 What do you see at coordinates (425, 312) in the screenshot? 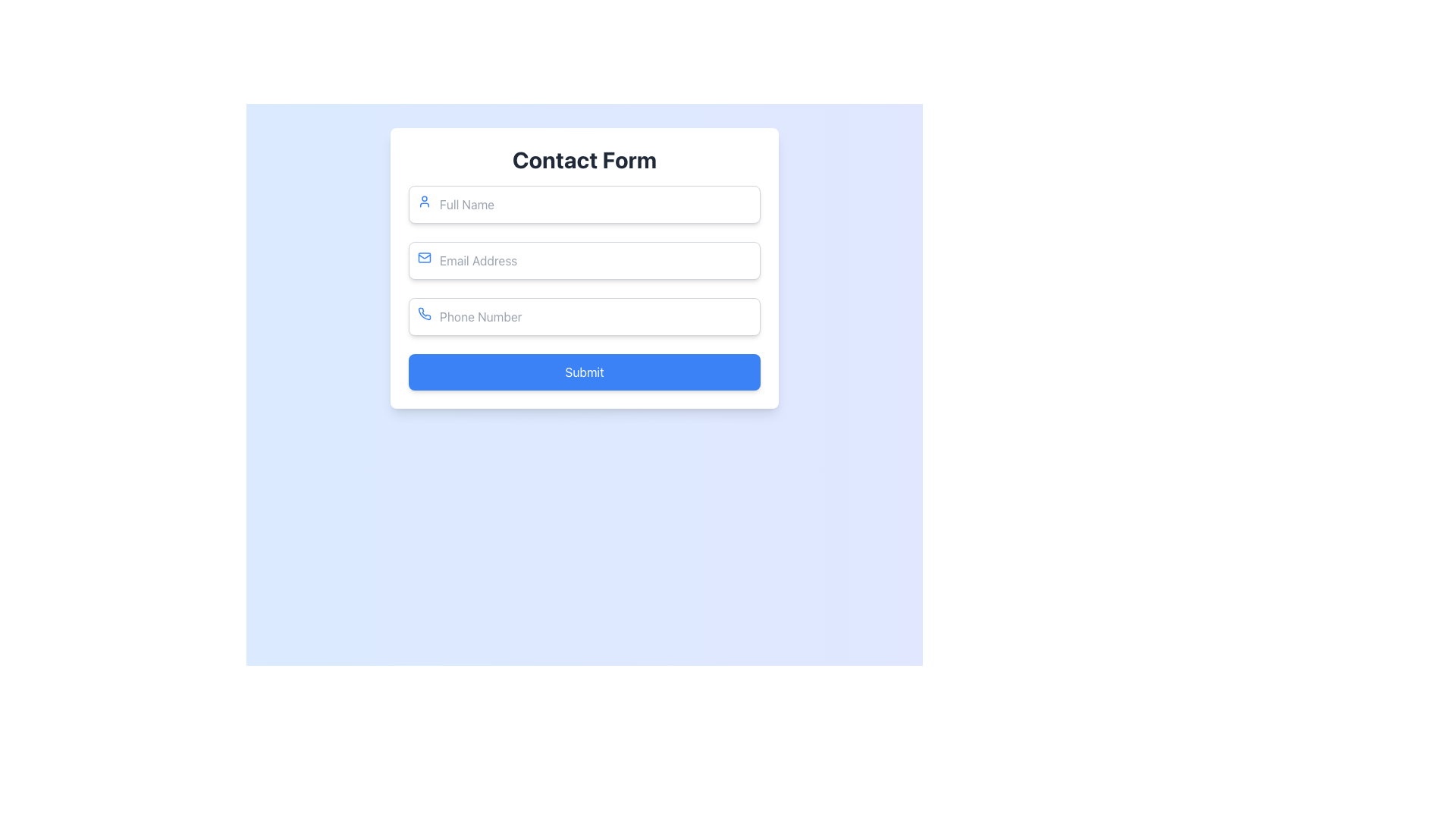
I see `the phone number field icon, which is located near the top-left corner adjacent to the 'Phone Number' input field` at bounding box center [425, 312].